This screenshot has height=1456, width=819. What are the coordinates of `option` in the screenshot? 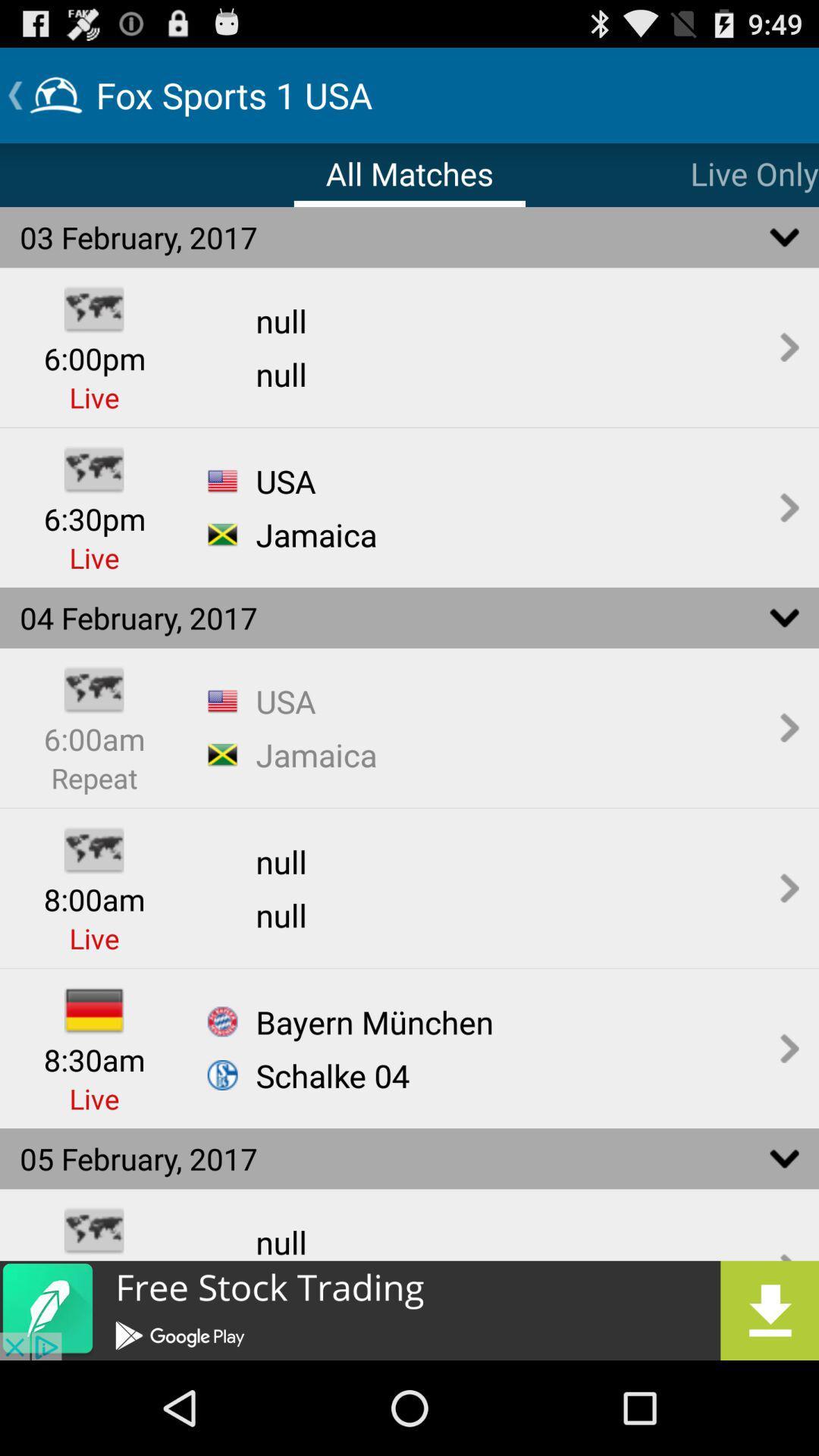 It's located at (409, 1310).